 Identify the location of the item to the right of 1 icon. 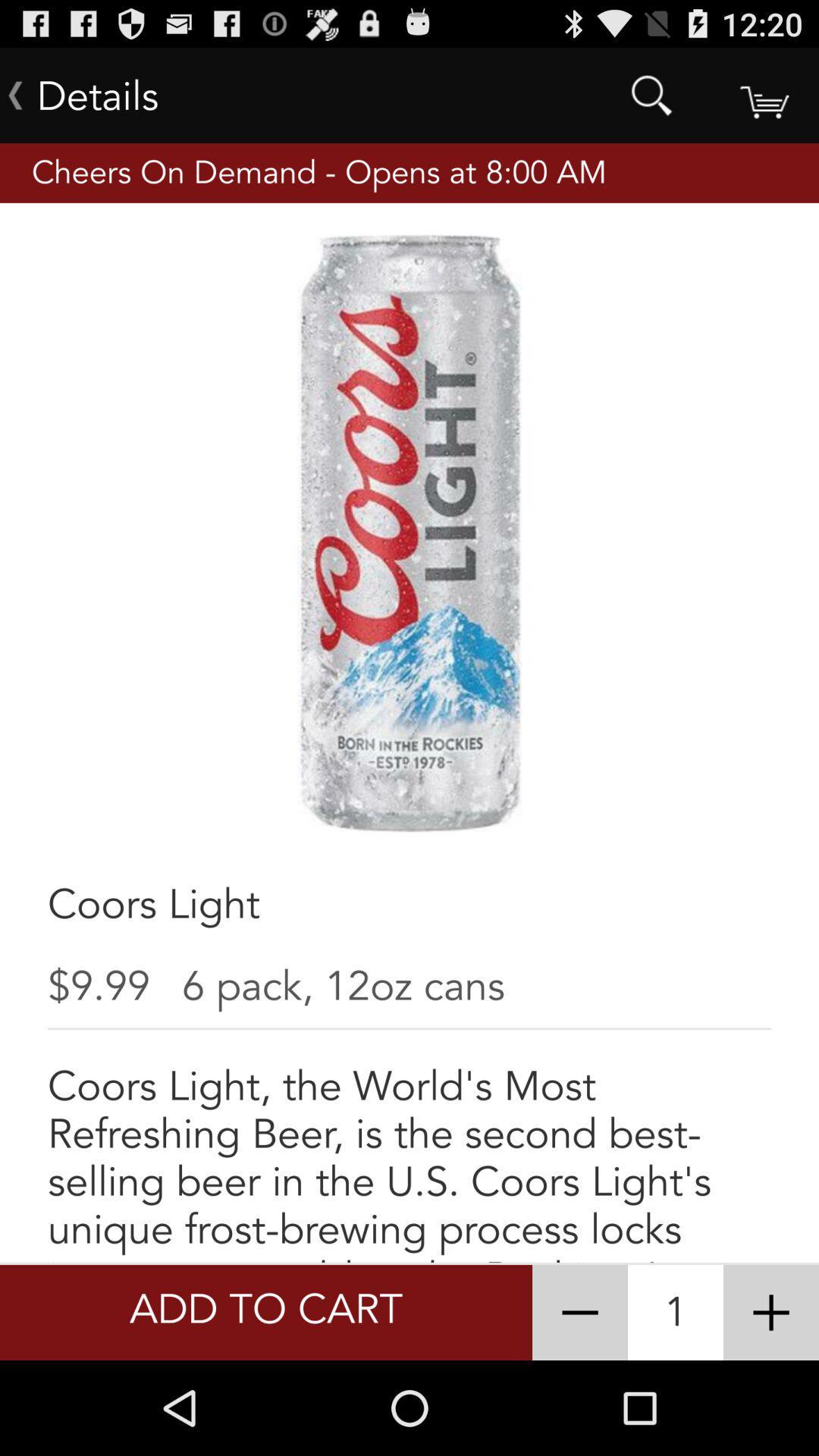
(771, 1312).